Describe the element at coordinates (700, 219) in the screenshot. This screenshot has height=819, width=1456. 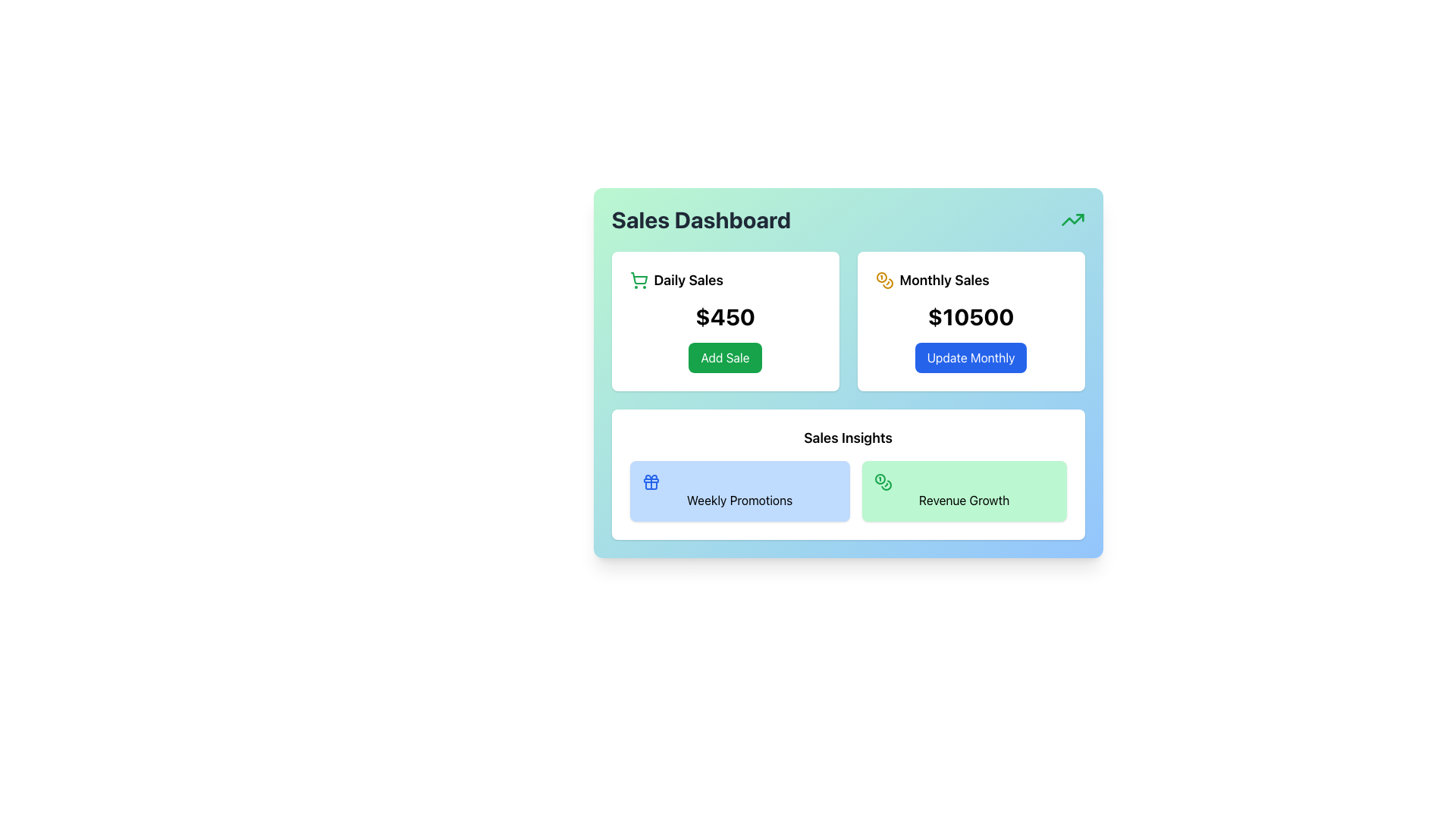
I see `the main header text label indicating 'Sales Dashboard', which is positioned at the upper left of the interface` at that location.